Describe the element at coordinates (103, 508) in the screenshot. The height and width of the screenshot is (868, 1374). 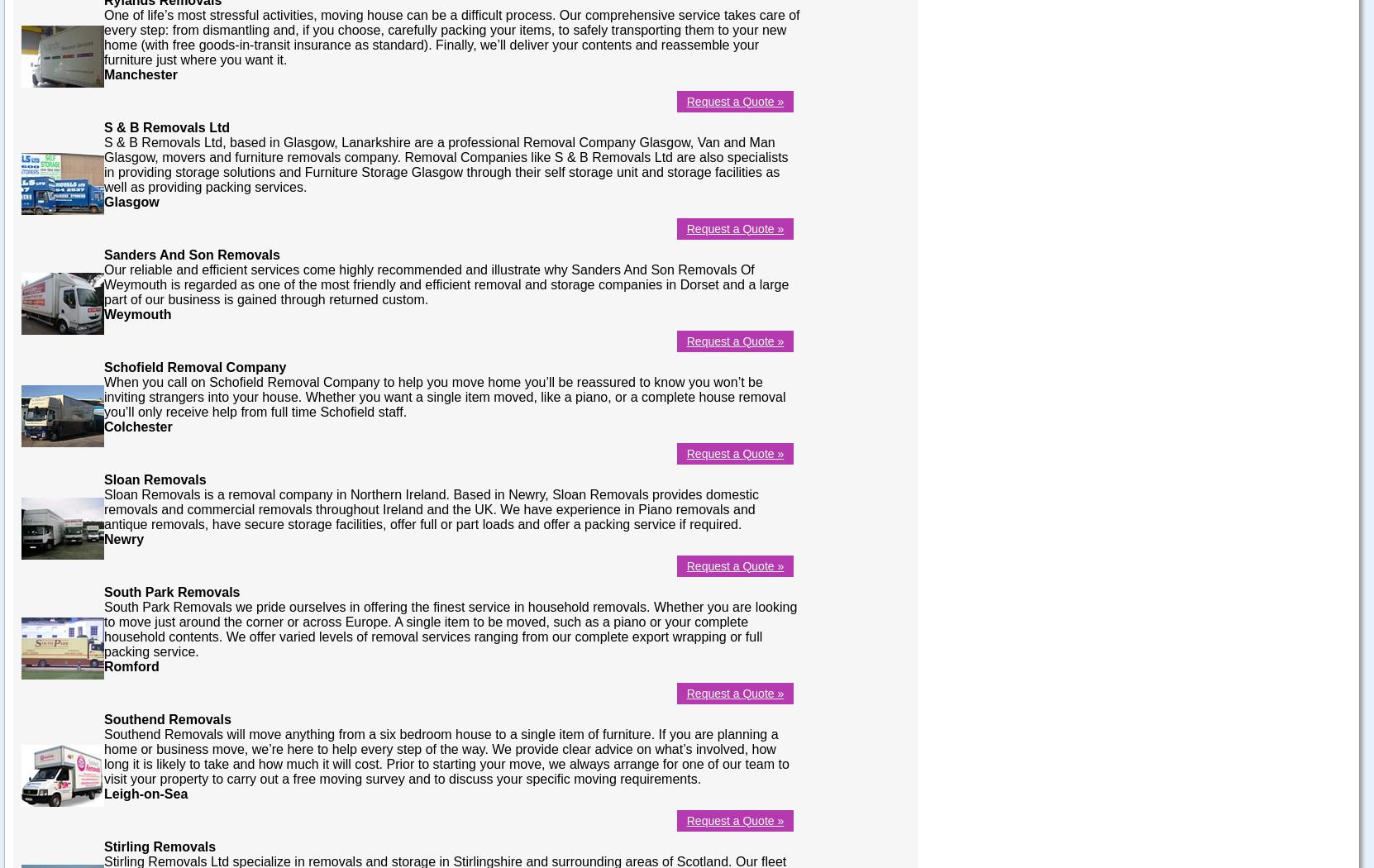
I see `'Sloan Removals is a removal company in Northern Ireland. Based in Newry, Sloan Removals provides domestic removals and commercial removals throughout Ireland and the UK.

We have experience in Piano removals and antique removals, have secure storage facilities, offer full or part loads and offer a packing service if required.'` at that location.